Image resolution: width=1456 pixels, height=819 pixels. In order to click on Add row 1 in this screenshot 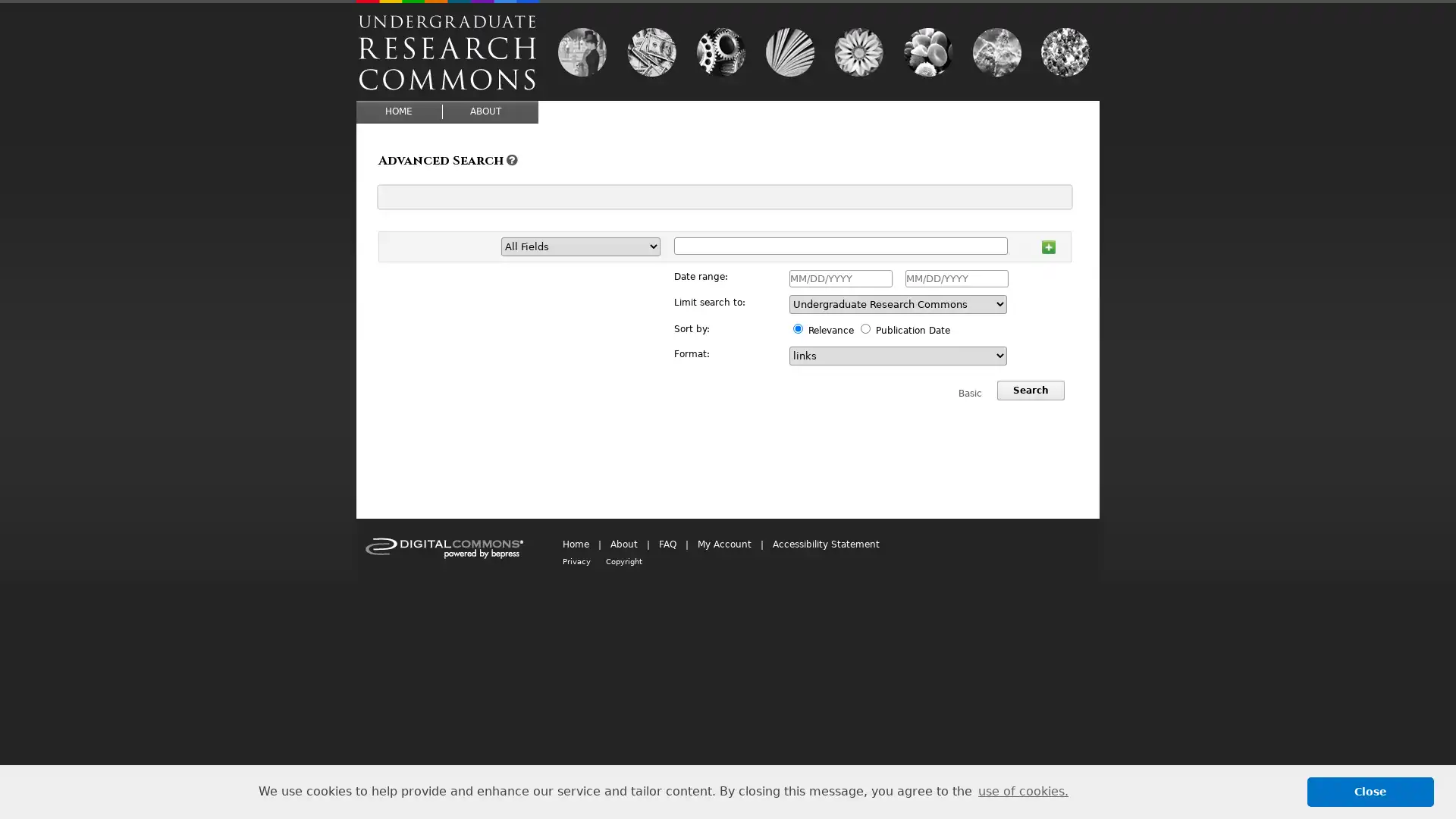, I will do `click(1047, 244)`.